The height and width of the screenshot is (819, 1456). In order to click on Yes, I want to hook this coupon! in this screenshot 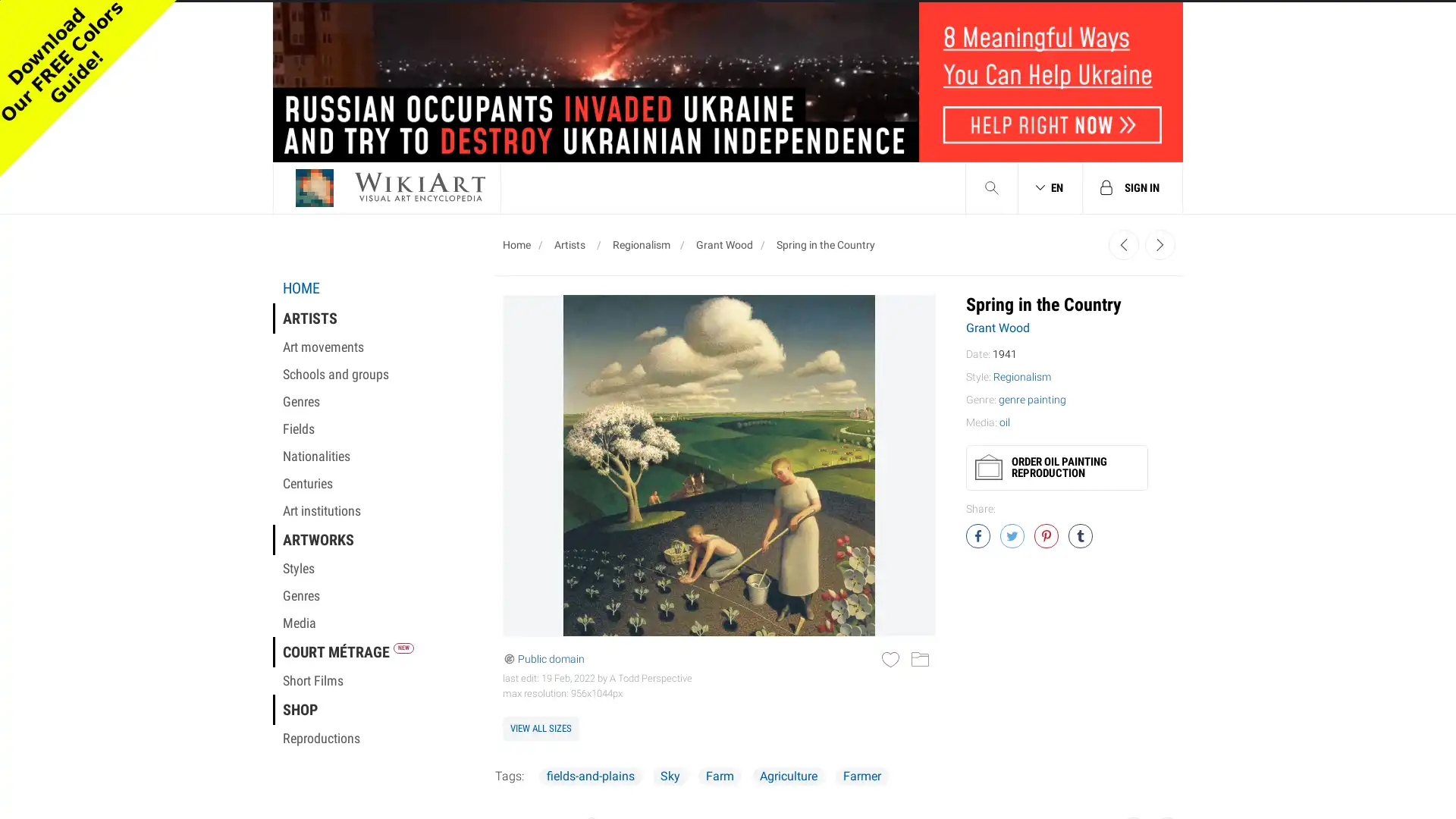, I will do `click(575, 362)`.